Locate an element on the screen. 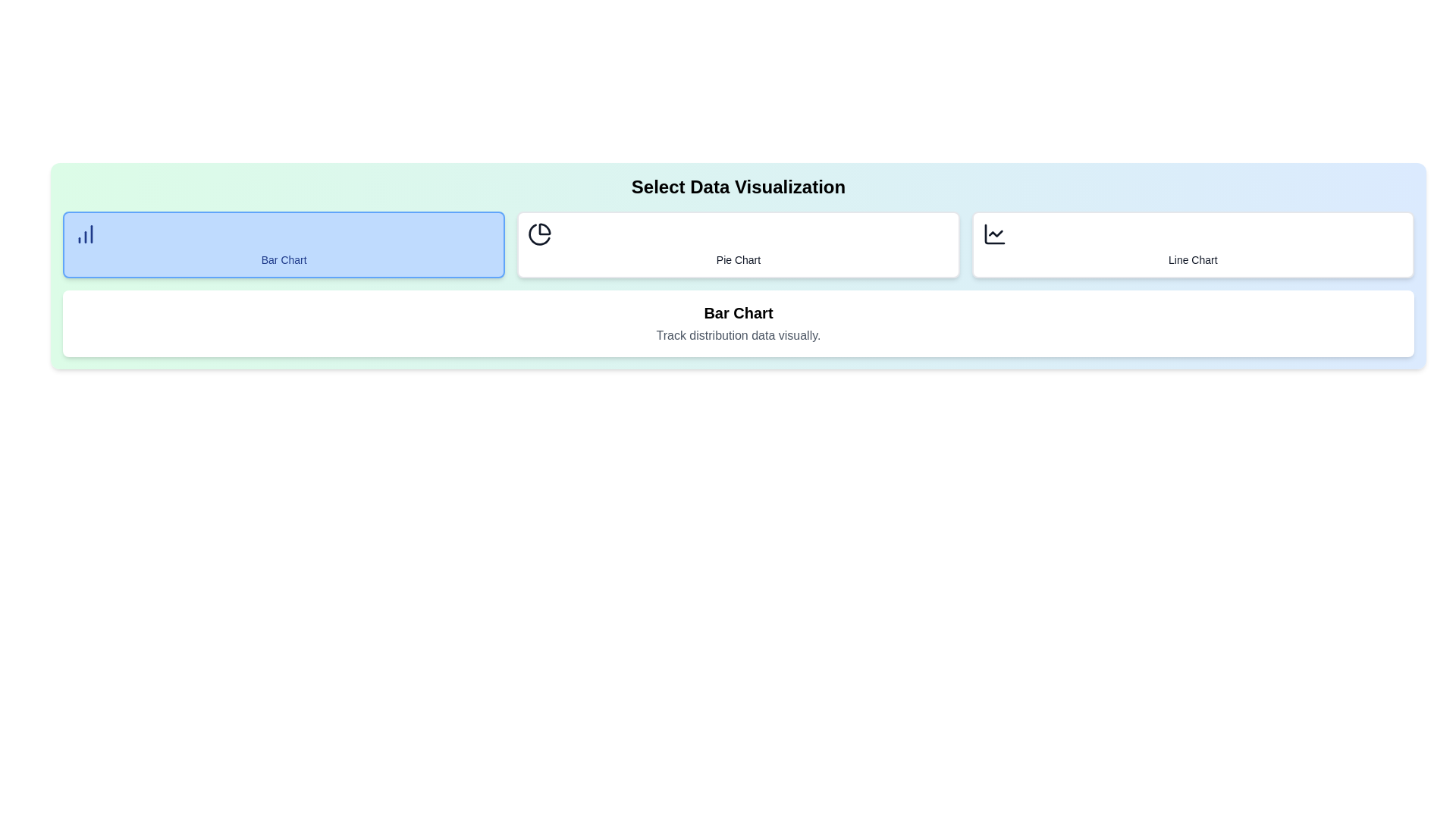 The image size is (1456, 819). the pie chart icon located to the left of the 'Pie Chart' label in the data visualization selection row is located at coordinates (540, 234).